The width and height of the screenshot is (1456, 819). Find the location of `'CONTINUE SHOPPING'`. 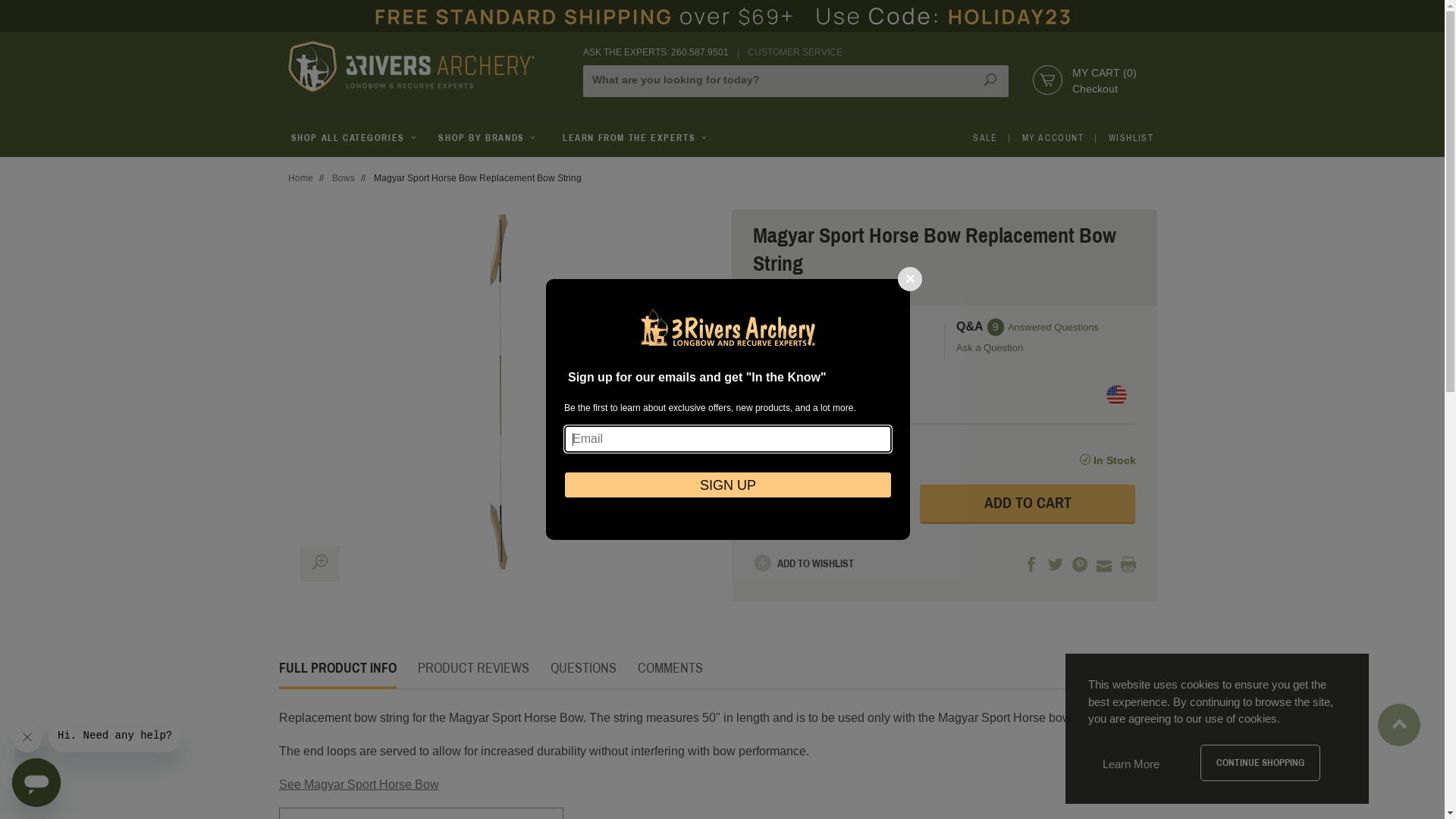

'CONTINUE SHOPPING' is located at coordinates (1260, 763).